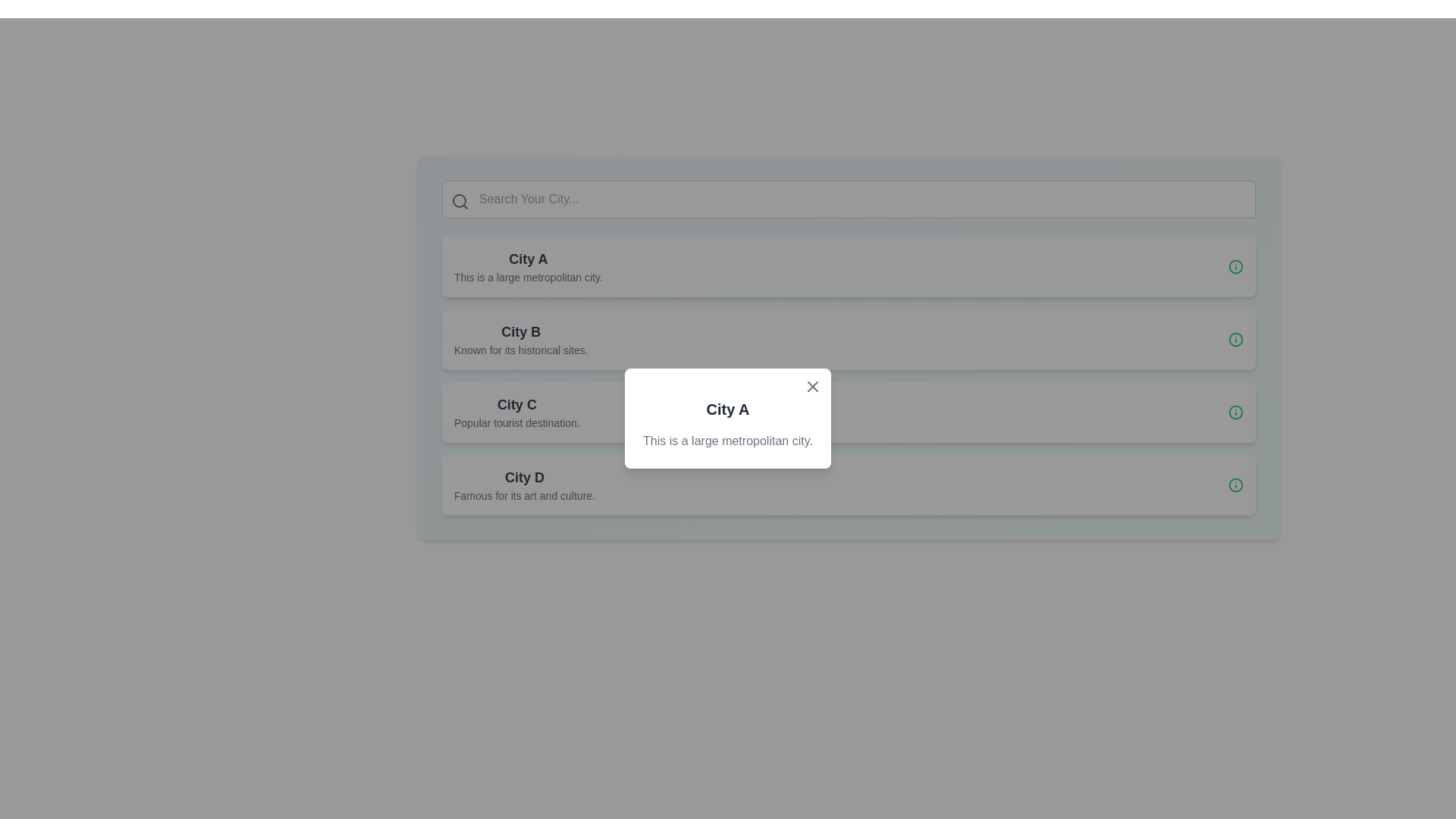 The width and height of the screenshot is (1456, 819). What do you see at coordinates (811, 385) in the screenshot?
I see `the close button located at the top-right corner of the white card panel titled 'City A'` at bounding box center [811, 385].